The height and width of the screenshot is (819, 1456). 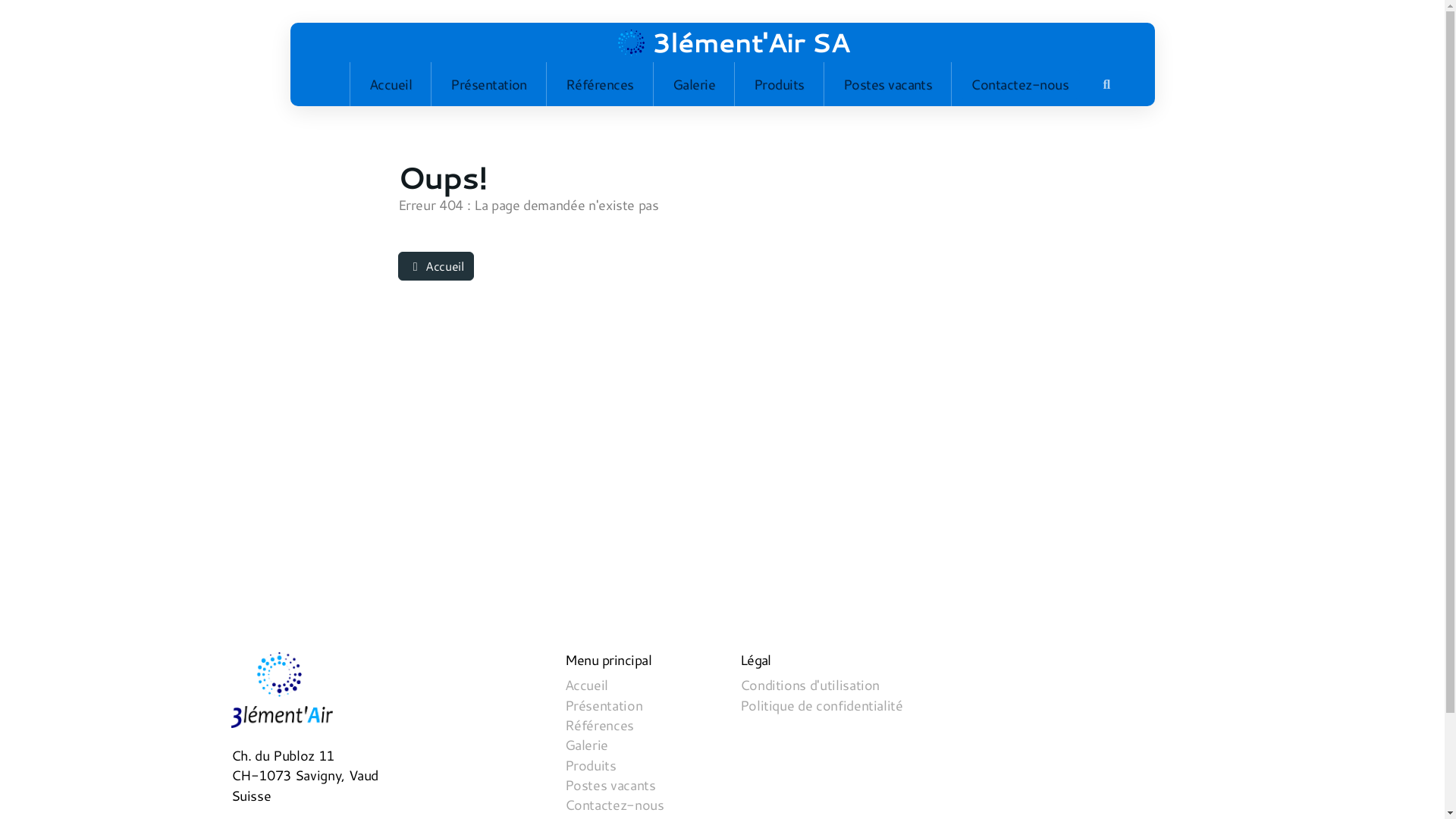 I want to click on 'Postes vacants', so click(x=823, y=84).